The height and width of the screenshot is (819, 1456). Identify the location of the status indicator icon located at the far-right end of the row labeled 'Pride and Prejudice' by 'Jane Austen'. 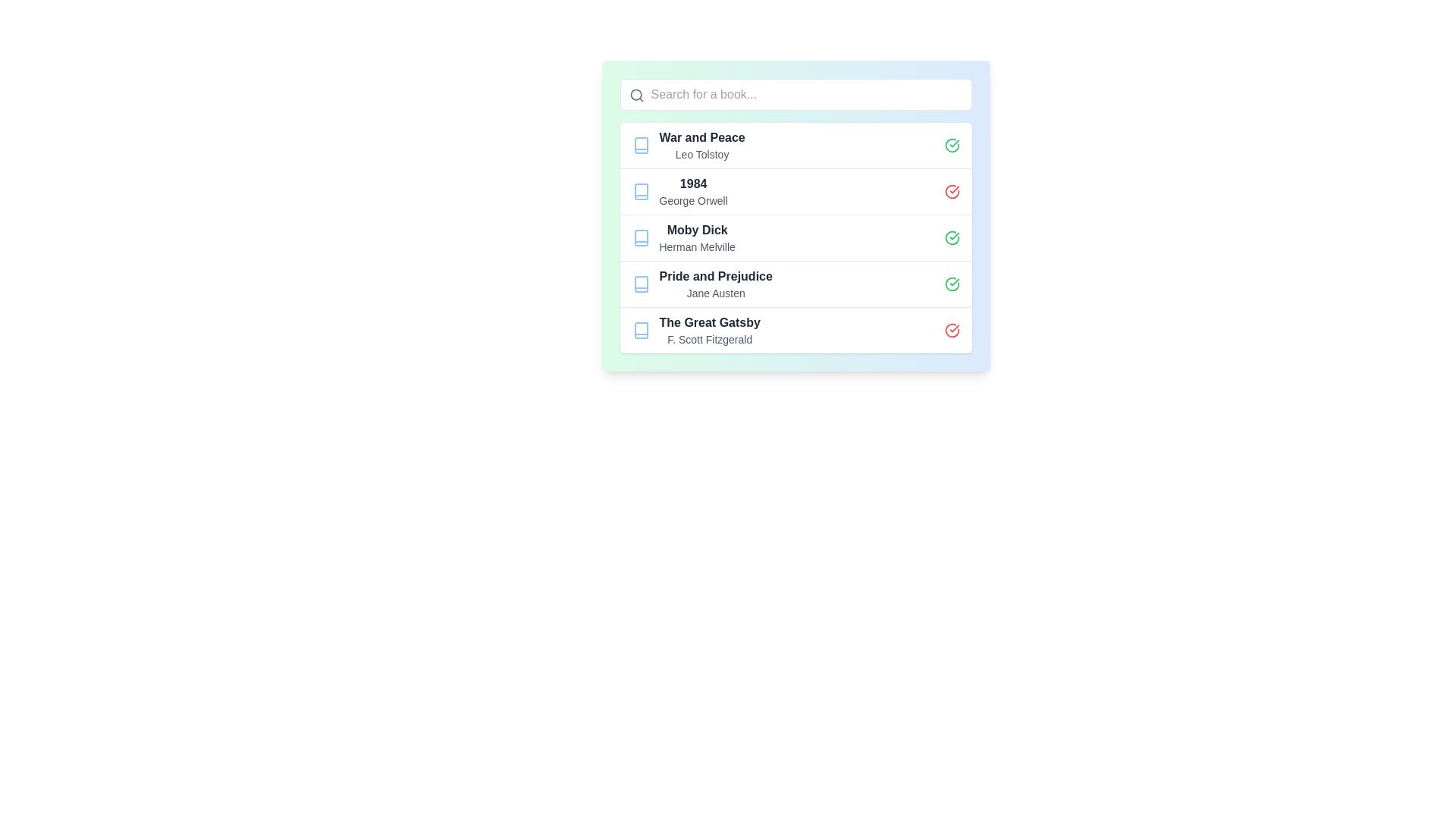
(951, 284).